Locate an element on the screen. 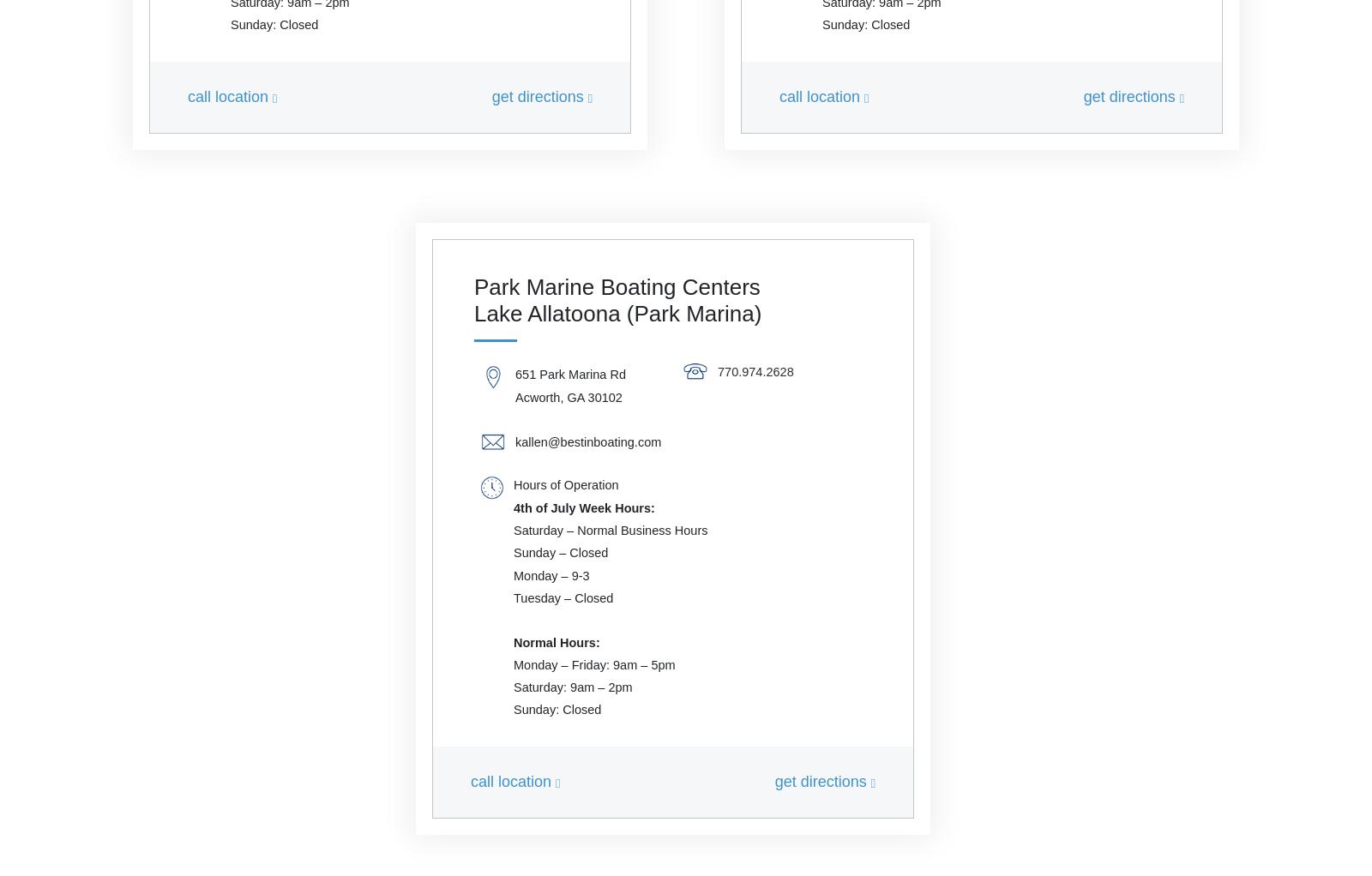 The image size is (1372, 876). 'Sunday – Closed' is located at coordinates (561, 552).